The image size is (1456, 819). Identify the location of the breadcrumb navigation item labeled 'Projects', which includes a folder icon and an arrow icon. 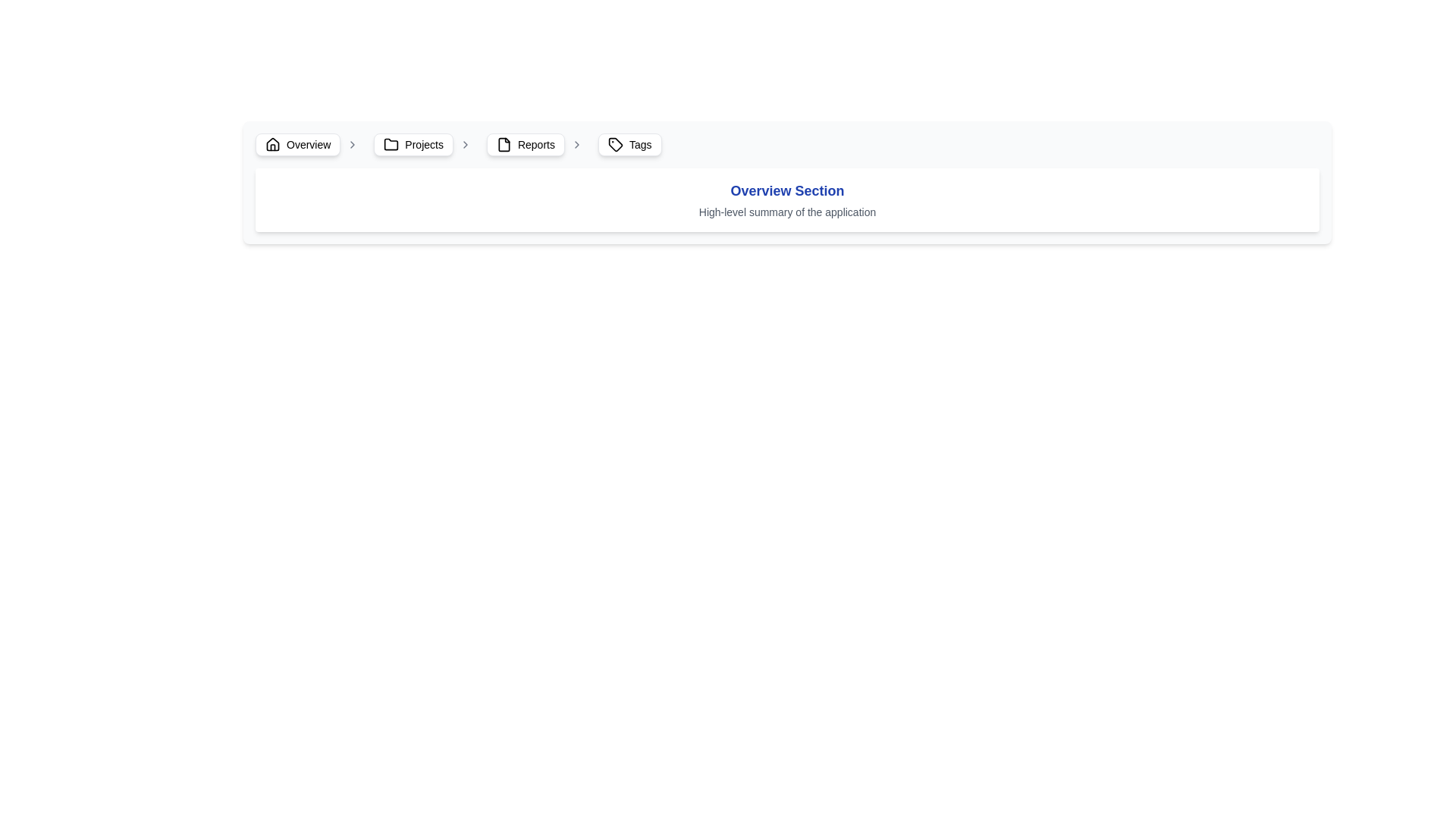
(425, 145).